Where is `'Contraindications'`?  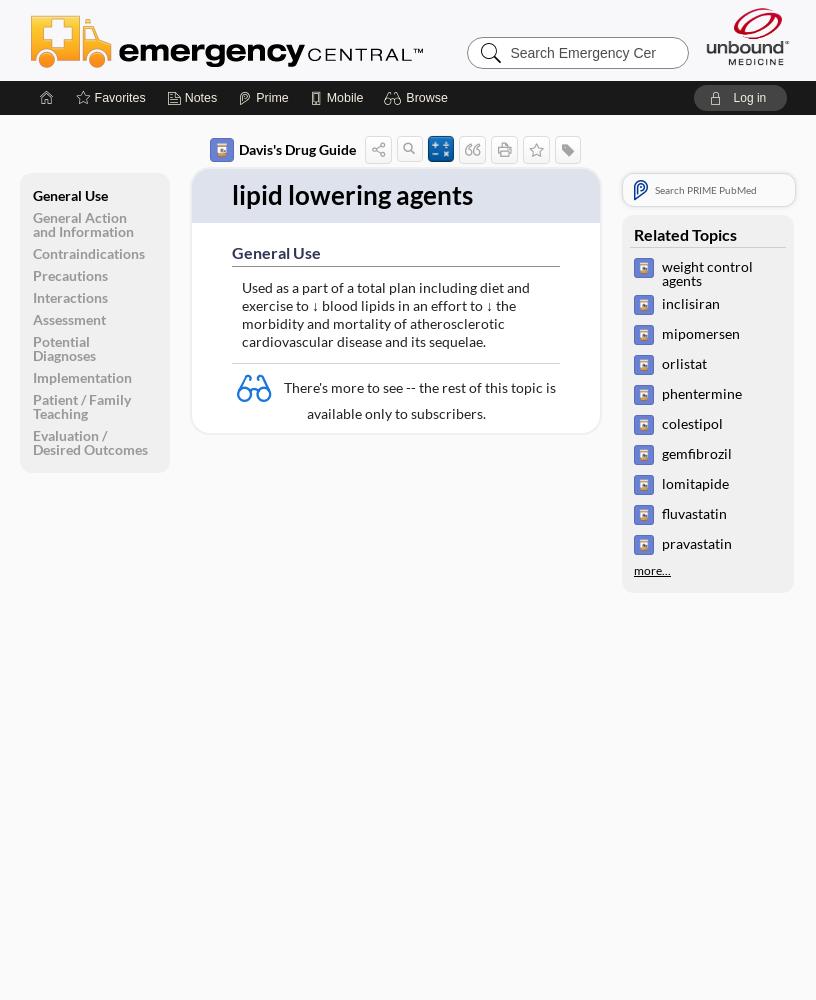 'Contraindications' is located at coordinates (88, 253).